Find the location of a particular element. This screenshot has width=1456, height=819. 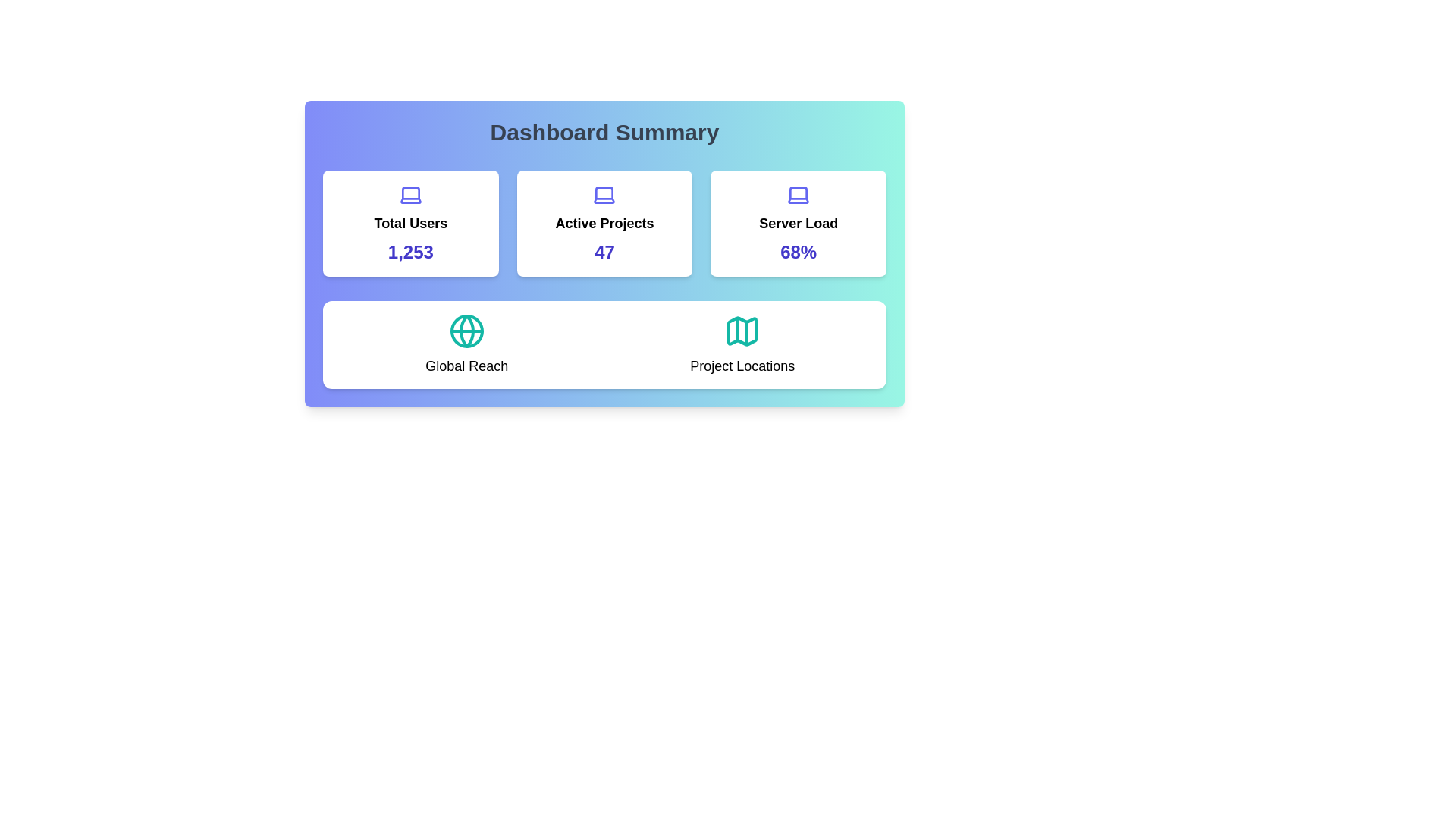

the icon representing the theme of the 'Total Users' card in the 'Dashboard Summary' section, located at the top-left corner of the card, above the text 'Total Users' is located at coordinates (410, 194).